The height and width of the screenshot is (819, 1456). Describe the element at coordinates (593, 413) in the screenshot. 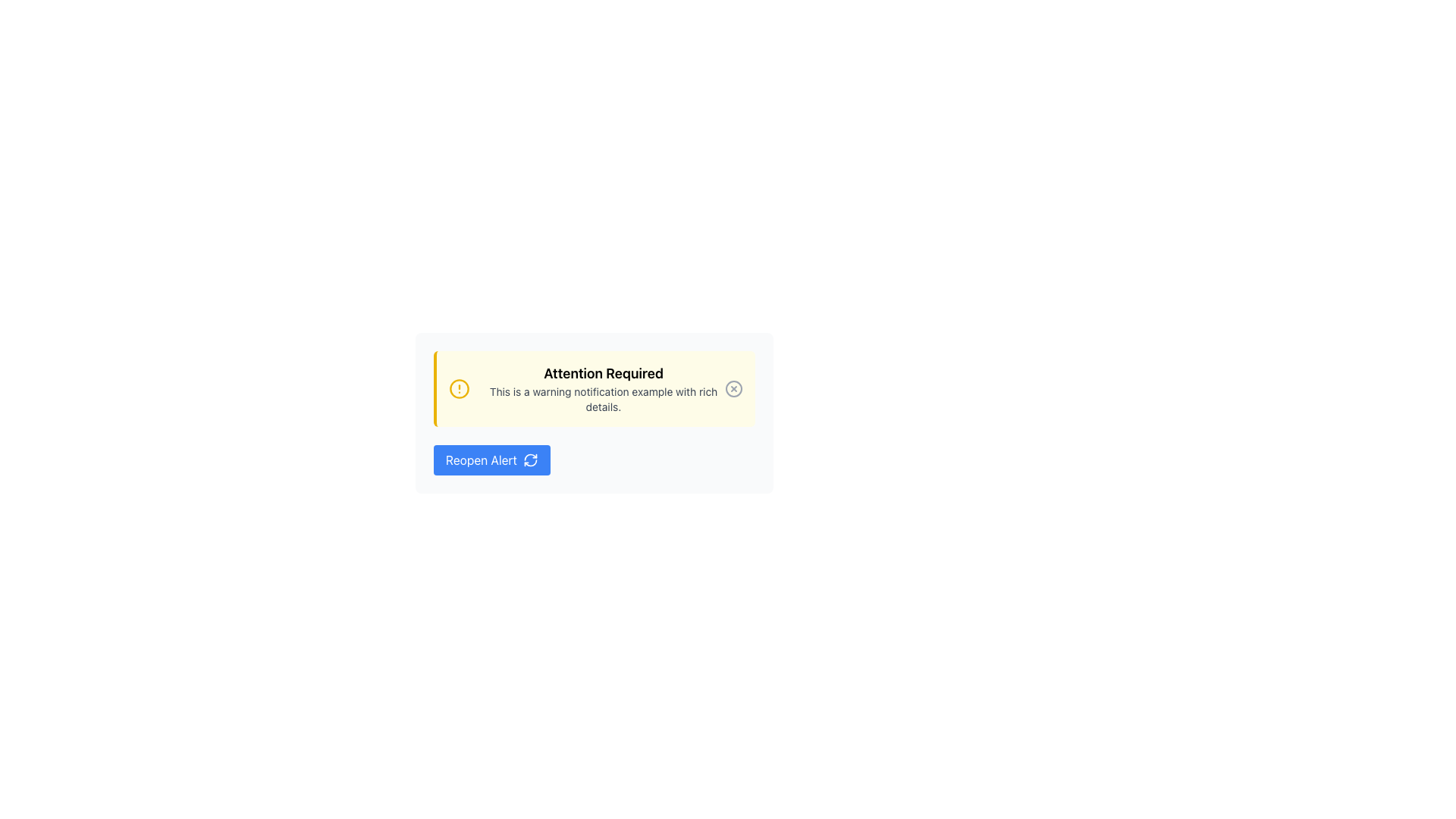

I see `the Notification Banner element with a light yellow background and the text 'Attention Required'` at that location.